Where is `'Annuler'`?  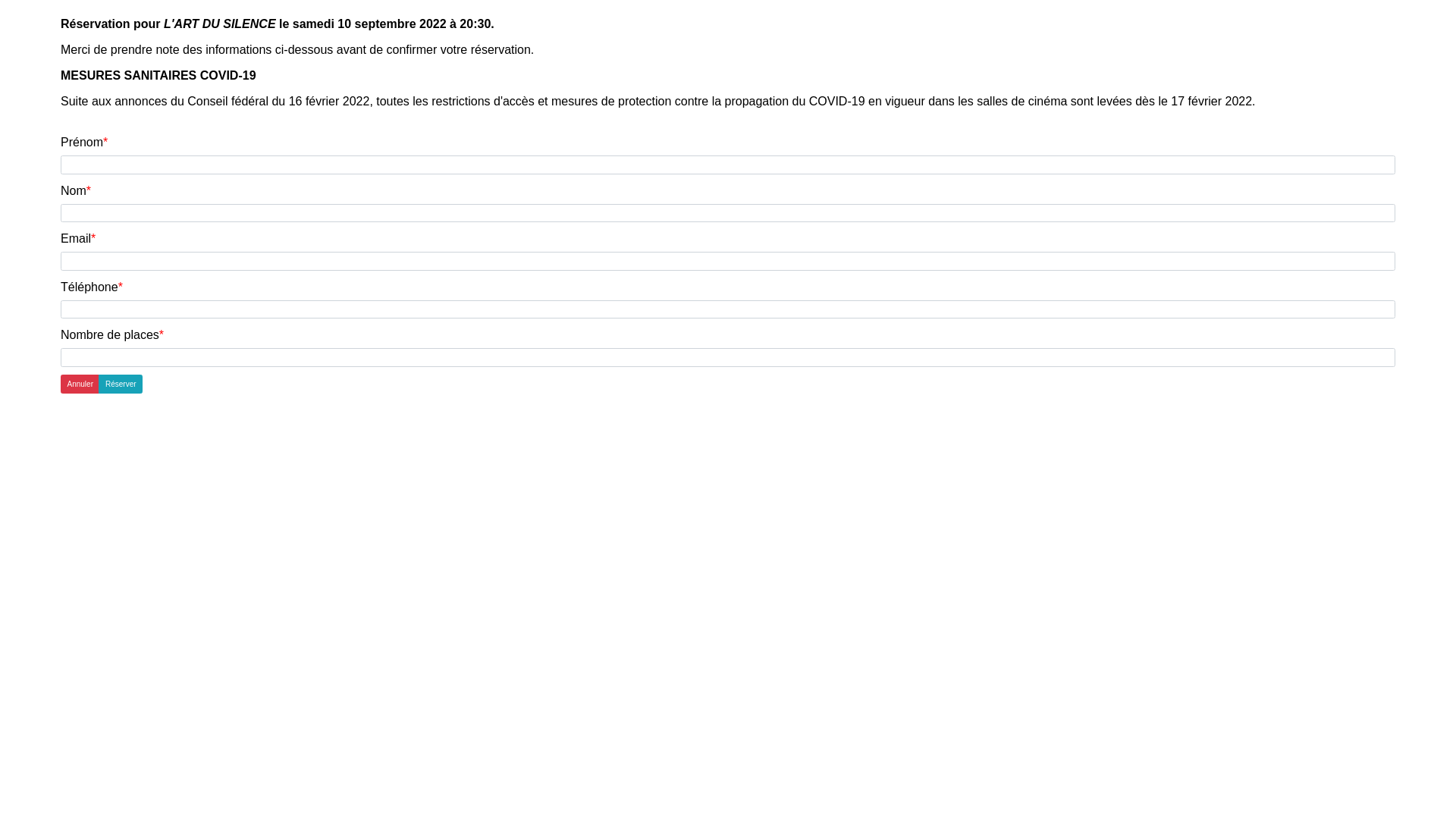
'Annuler' is located at coordinates (79, 383).